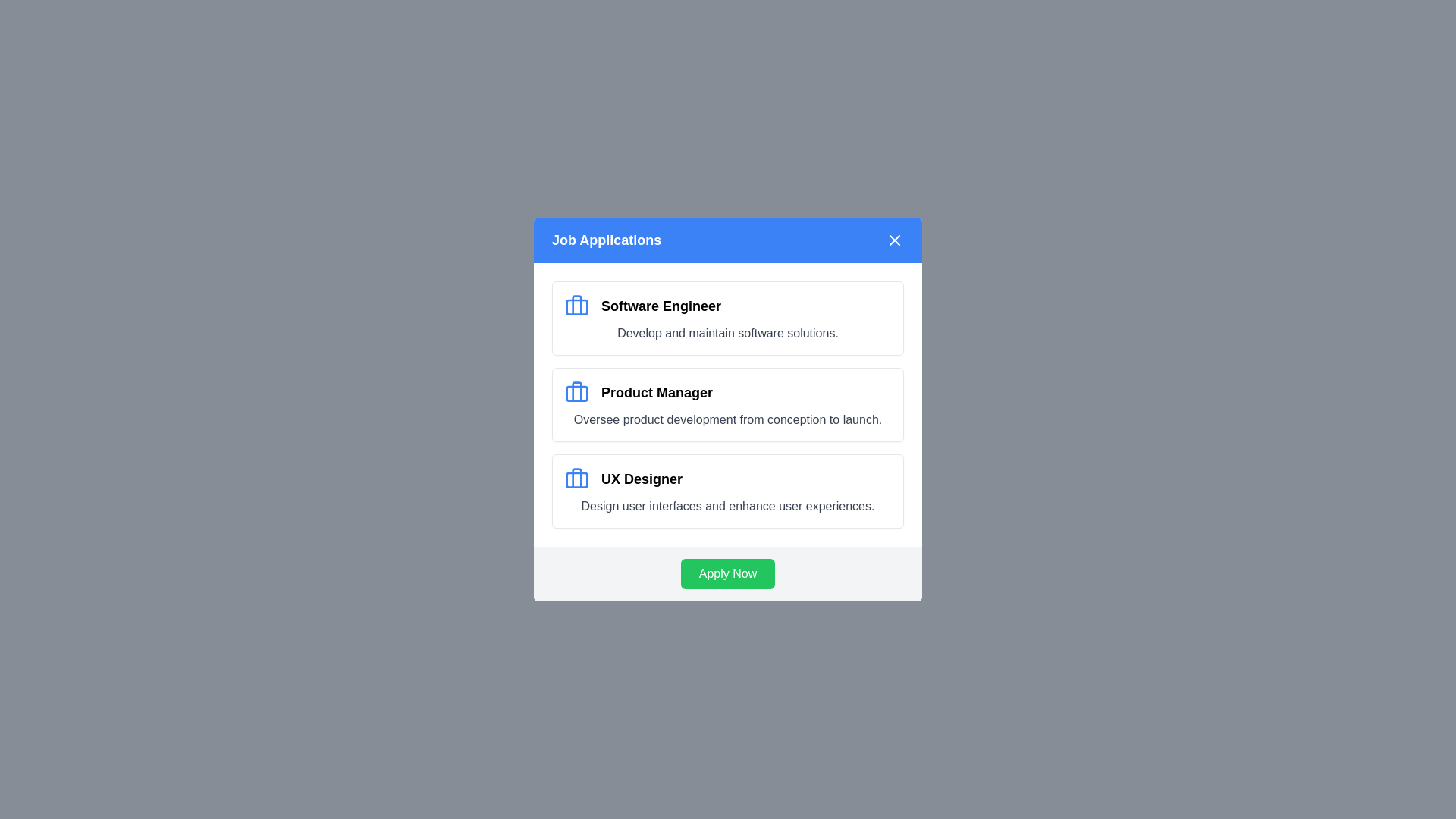  Describe the element at coordinates (728, 318) in the screenshot. I see `assistive technology` at that location.